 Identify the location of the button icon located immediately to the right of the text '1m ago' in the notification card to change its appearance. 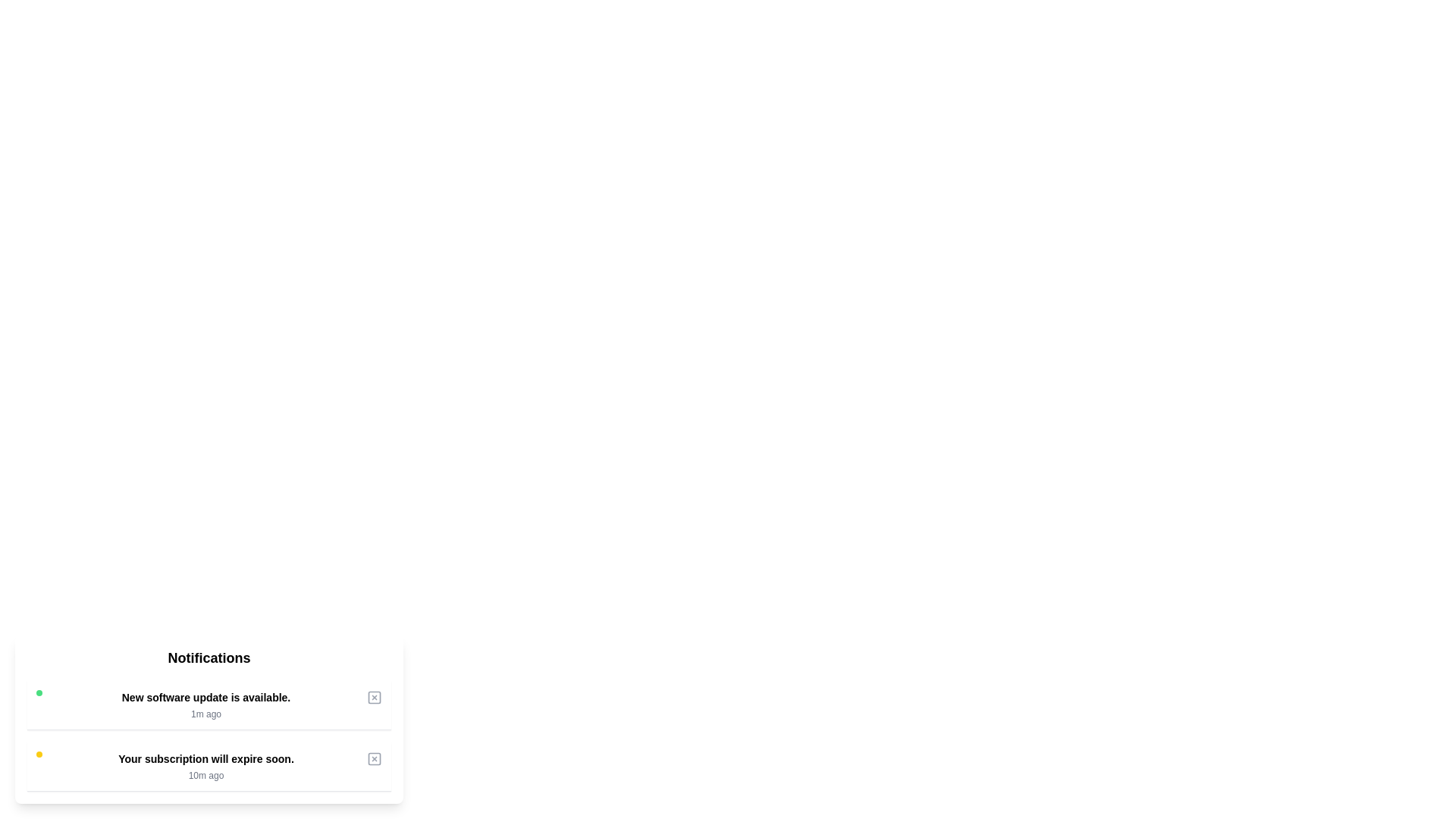
(375, 698).